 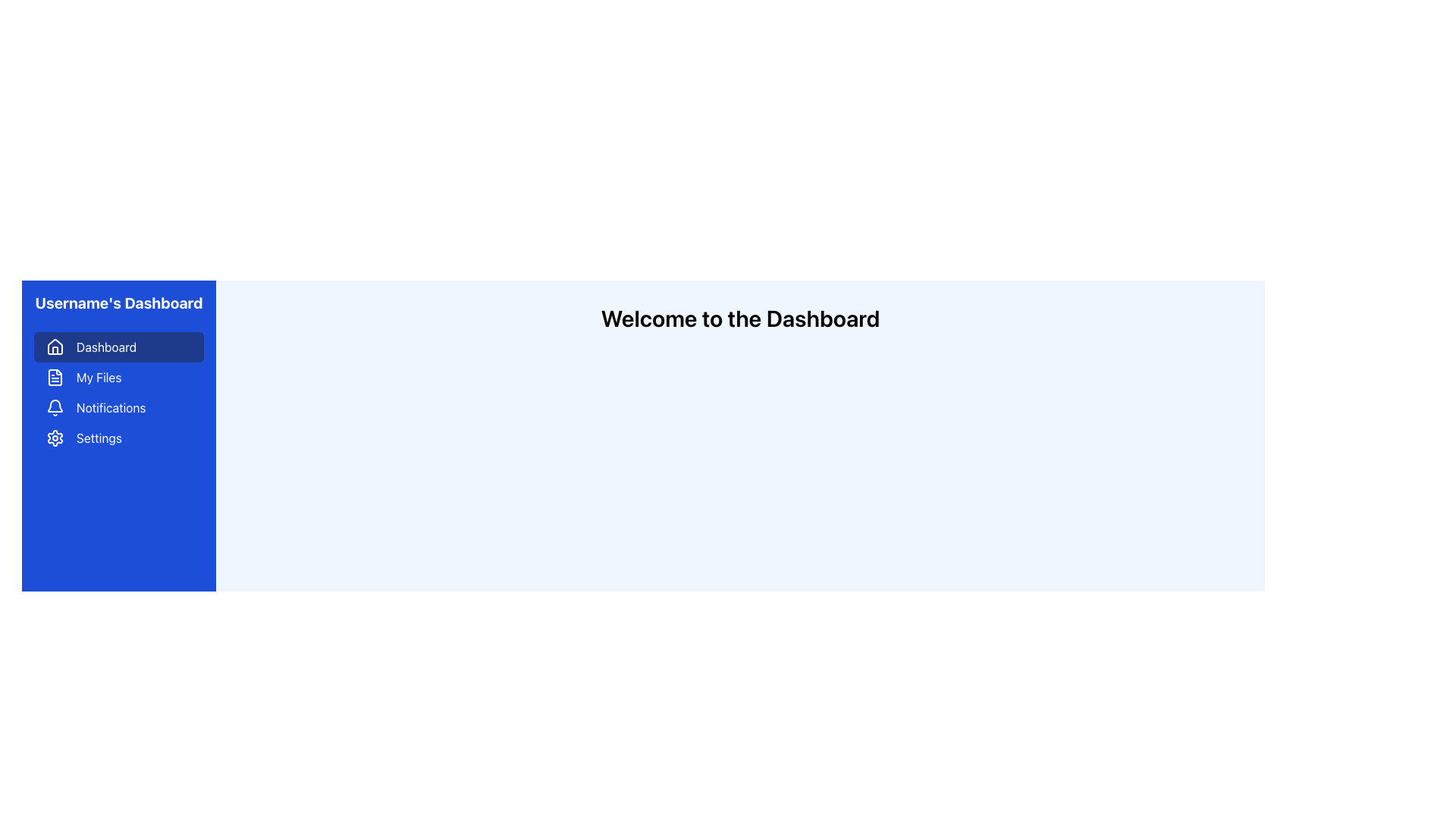 I want to click on text of the 'My Files' label located in the blue side panel navigation menu, which is the second label under 'Dashboard', so click(x=98, y=376).